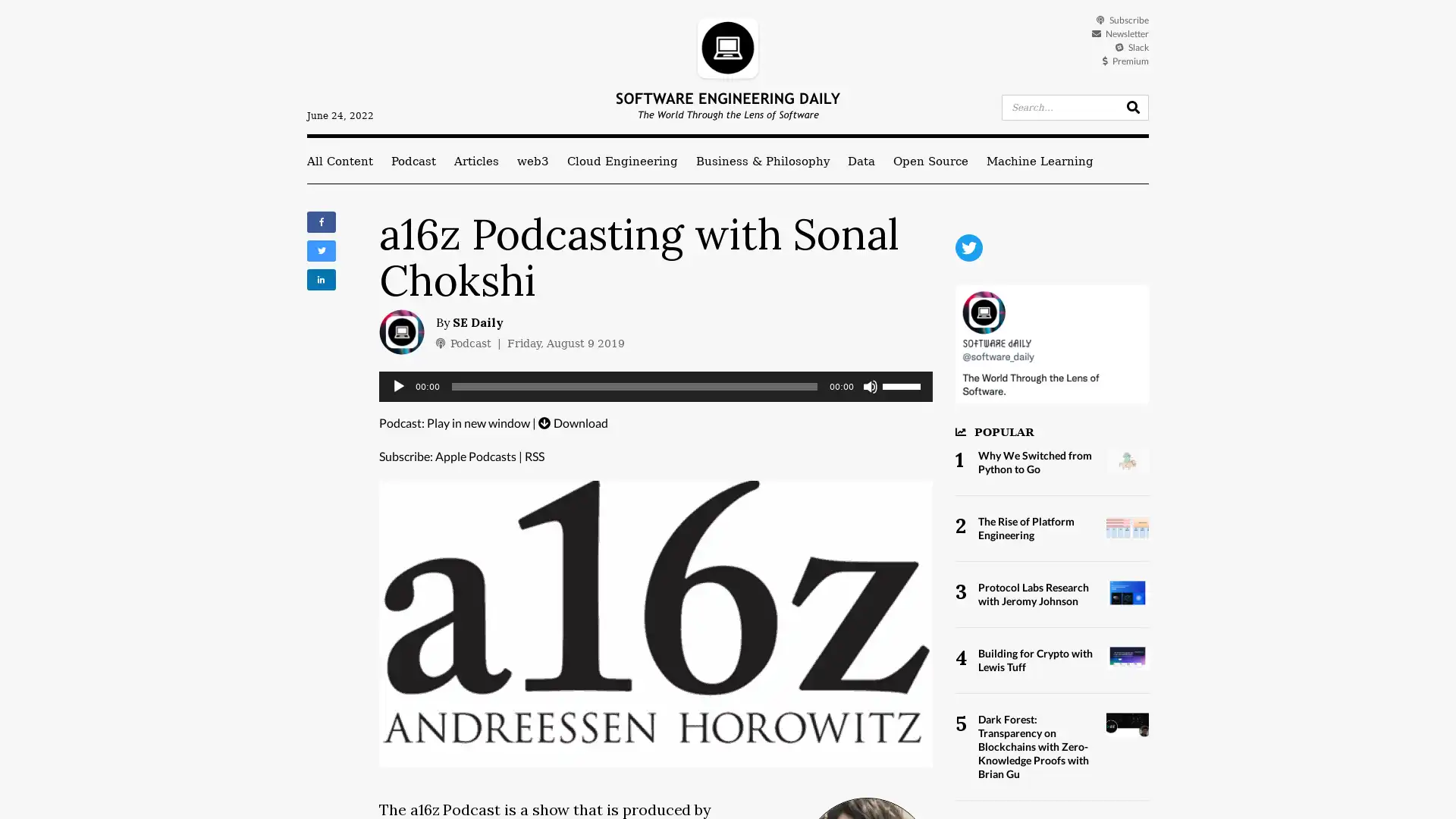 This screenshot has width=1456, height=819. What do you see at coordinates (870, 385) in the screenshot?
I see `Mute` at bounding box center [870, 385].